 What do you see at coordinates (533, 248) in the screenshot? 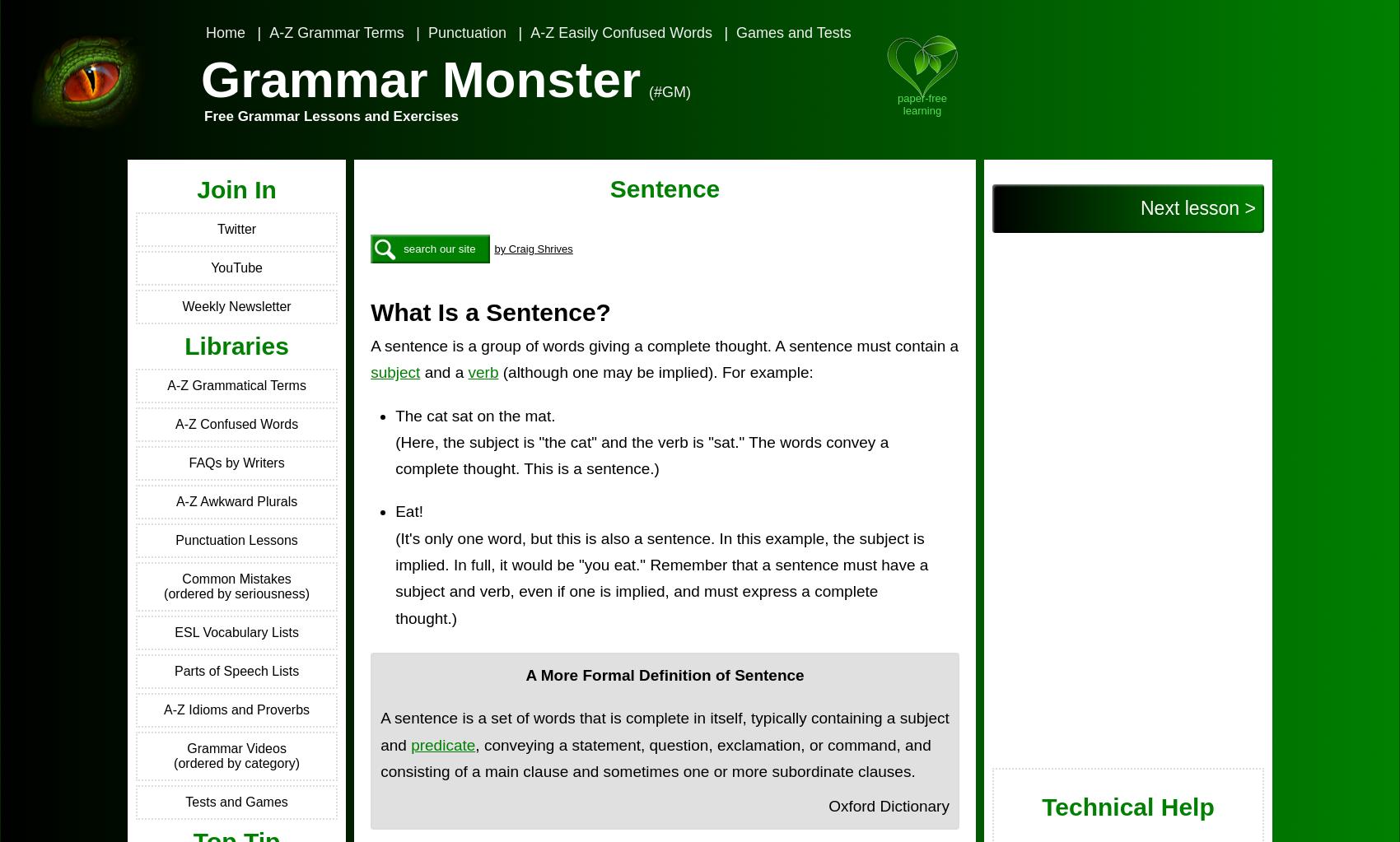
I see `'by Craig Shrives'` at bounding box center [533, 248].